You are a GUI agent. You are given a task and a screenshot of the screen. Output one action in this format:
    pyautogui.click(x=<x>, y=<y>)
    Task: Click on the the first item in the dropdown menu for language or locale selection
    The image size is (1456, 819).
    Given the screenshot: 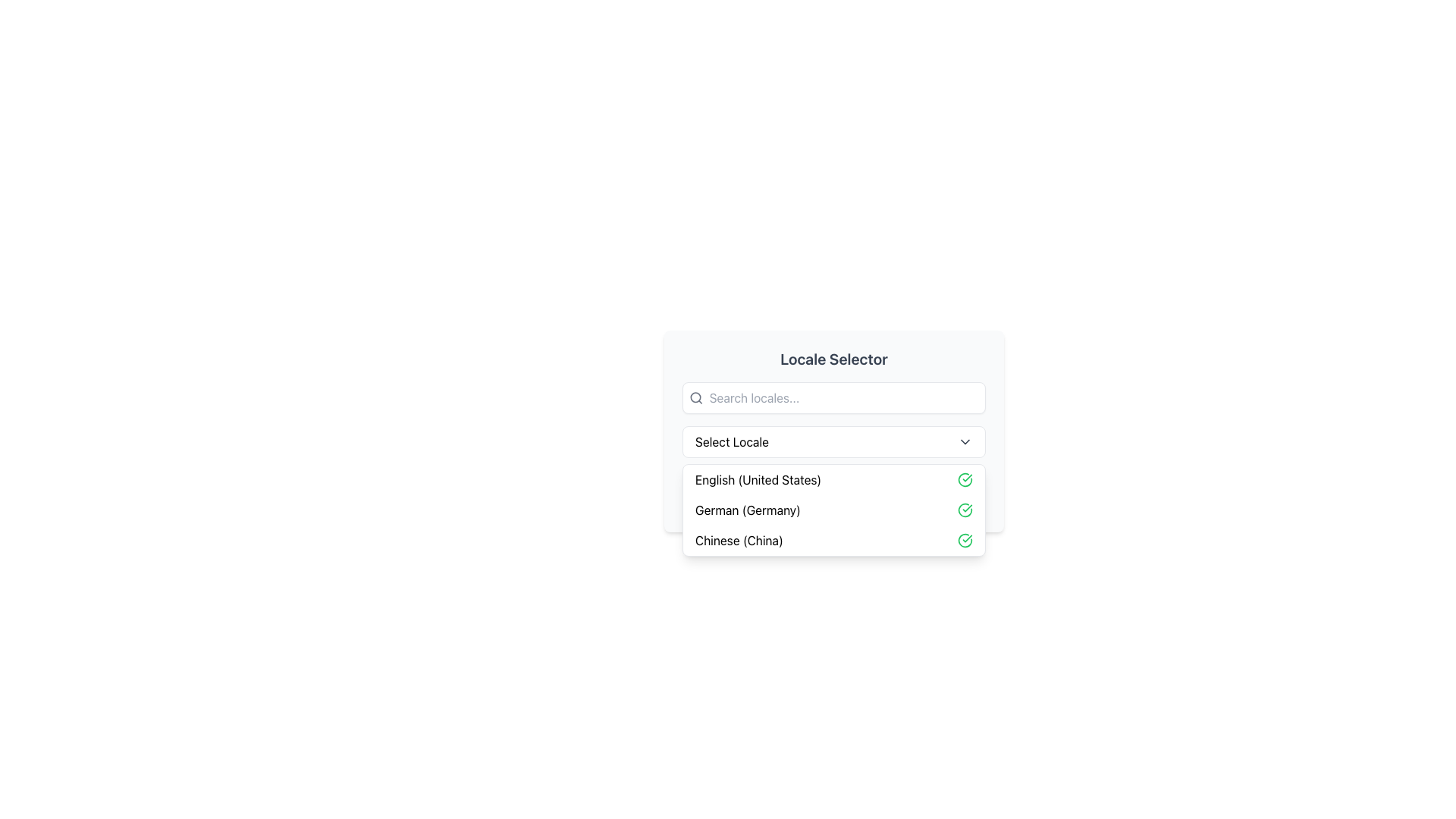 What is the action you would take?
    pyautogui.click(x=758, y=479)
    